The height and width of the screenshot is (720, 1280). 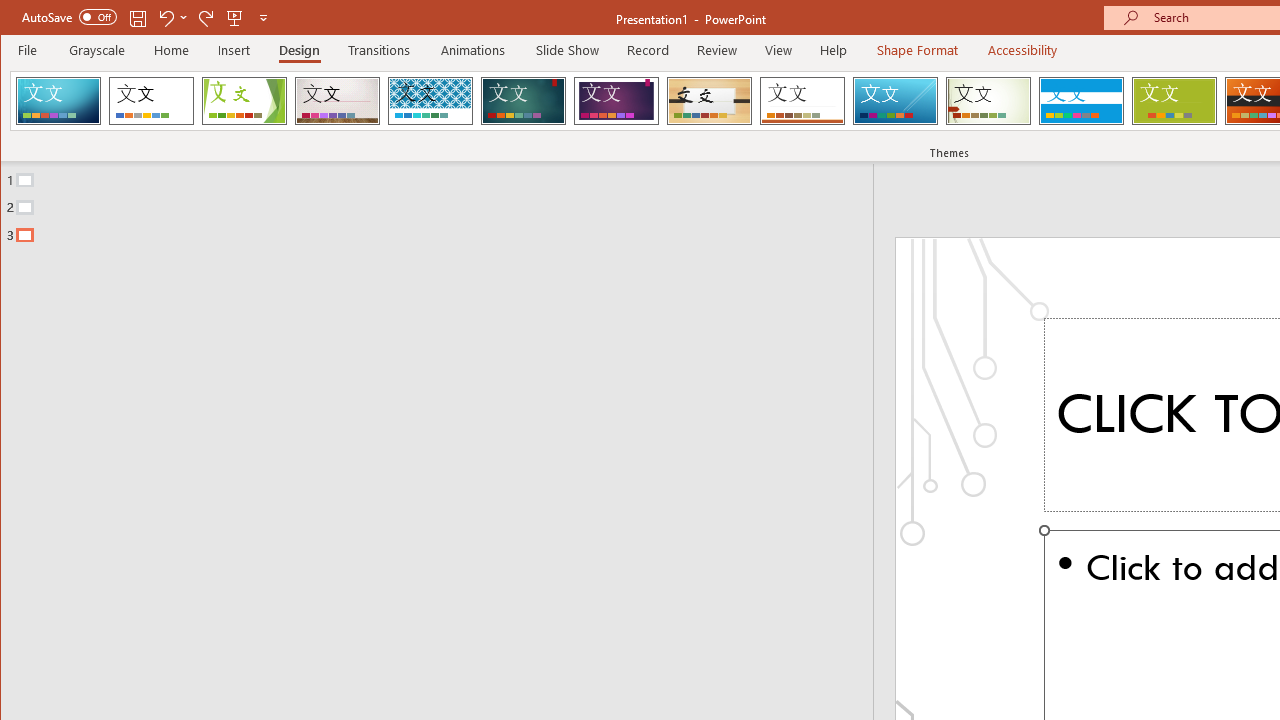 What do you see at coordinates (802, 100) in the screenshot?
I see `'Retrospect'` at bounding box center [802, 100].